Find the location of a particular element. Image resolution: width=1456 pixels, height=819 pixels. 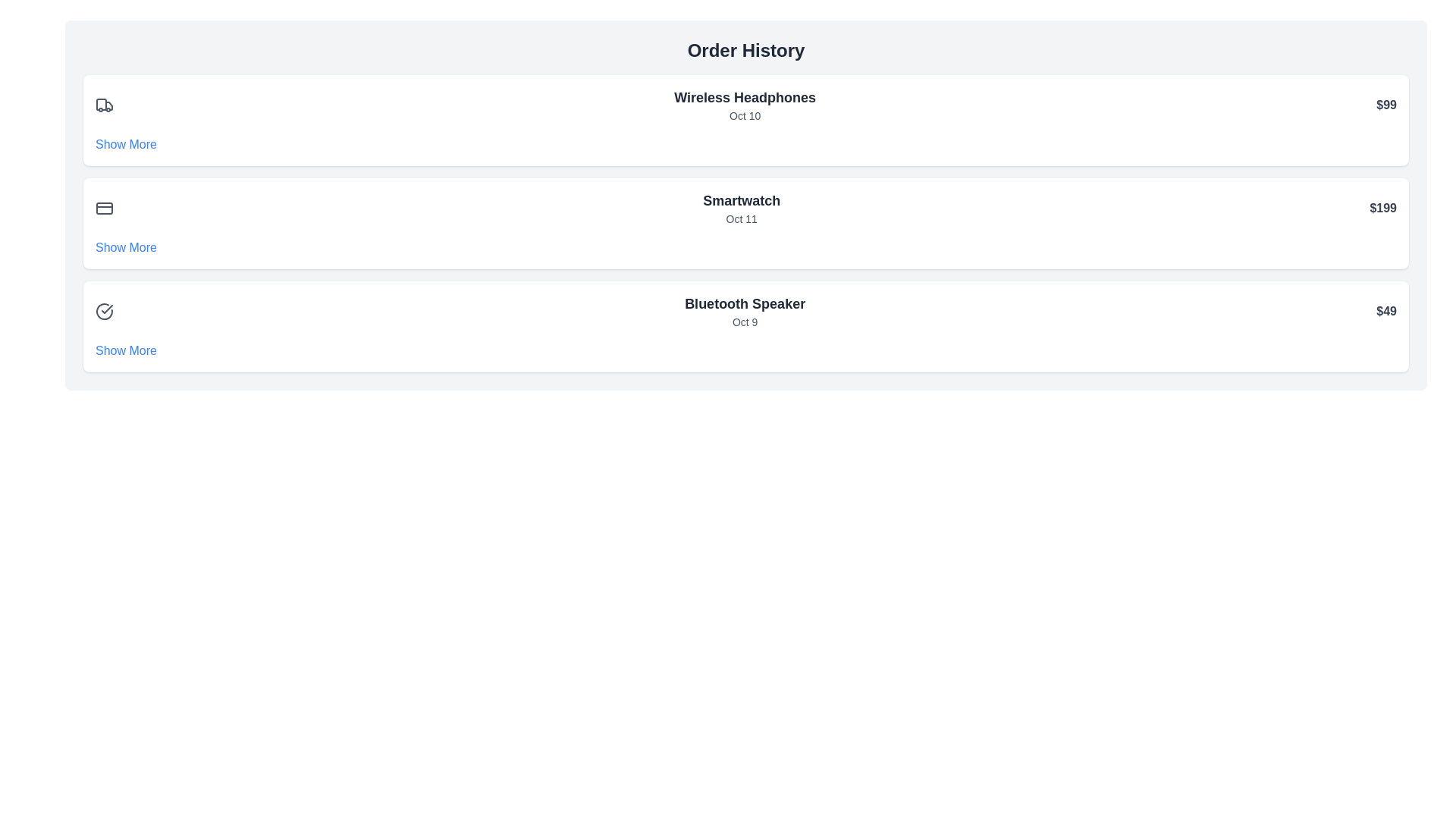

the heading text element that indicates the title of an item in the order history list, located under 'Order History' and above the date 'Oct 10' is located at coordinates (745, 97).